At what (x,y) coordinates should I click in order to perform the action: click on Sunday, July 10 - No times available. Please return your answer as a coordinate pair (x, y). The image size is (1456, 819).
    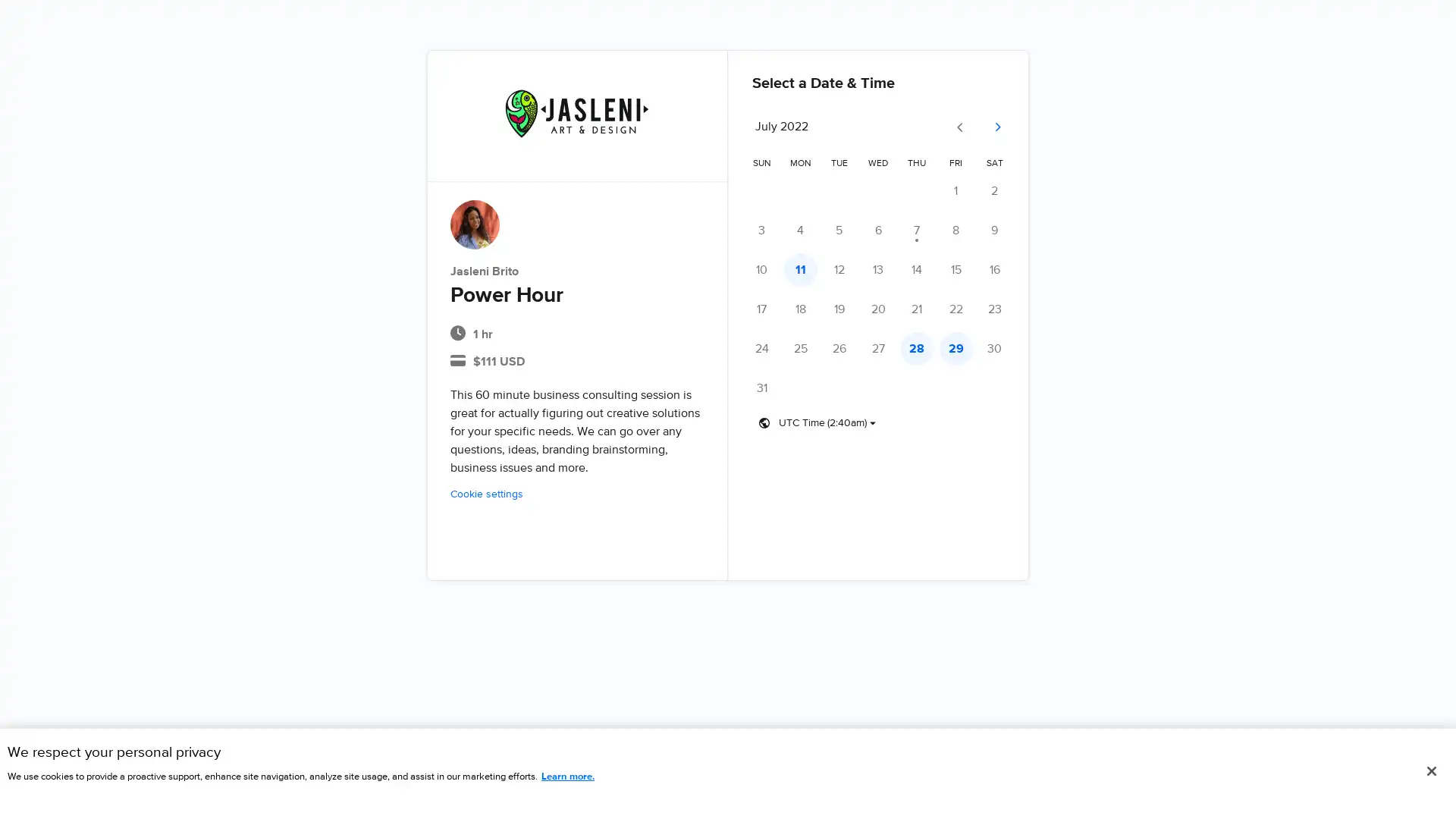
    Looking at the image, I should click on (761, 268).